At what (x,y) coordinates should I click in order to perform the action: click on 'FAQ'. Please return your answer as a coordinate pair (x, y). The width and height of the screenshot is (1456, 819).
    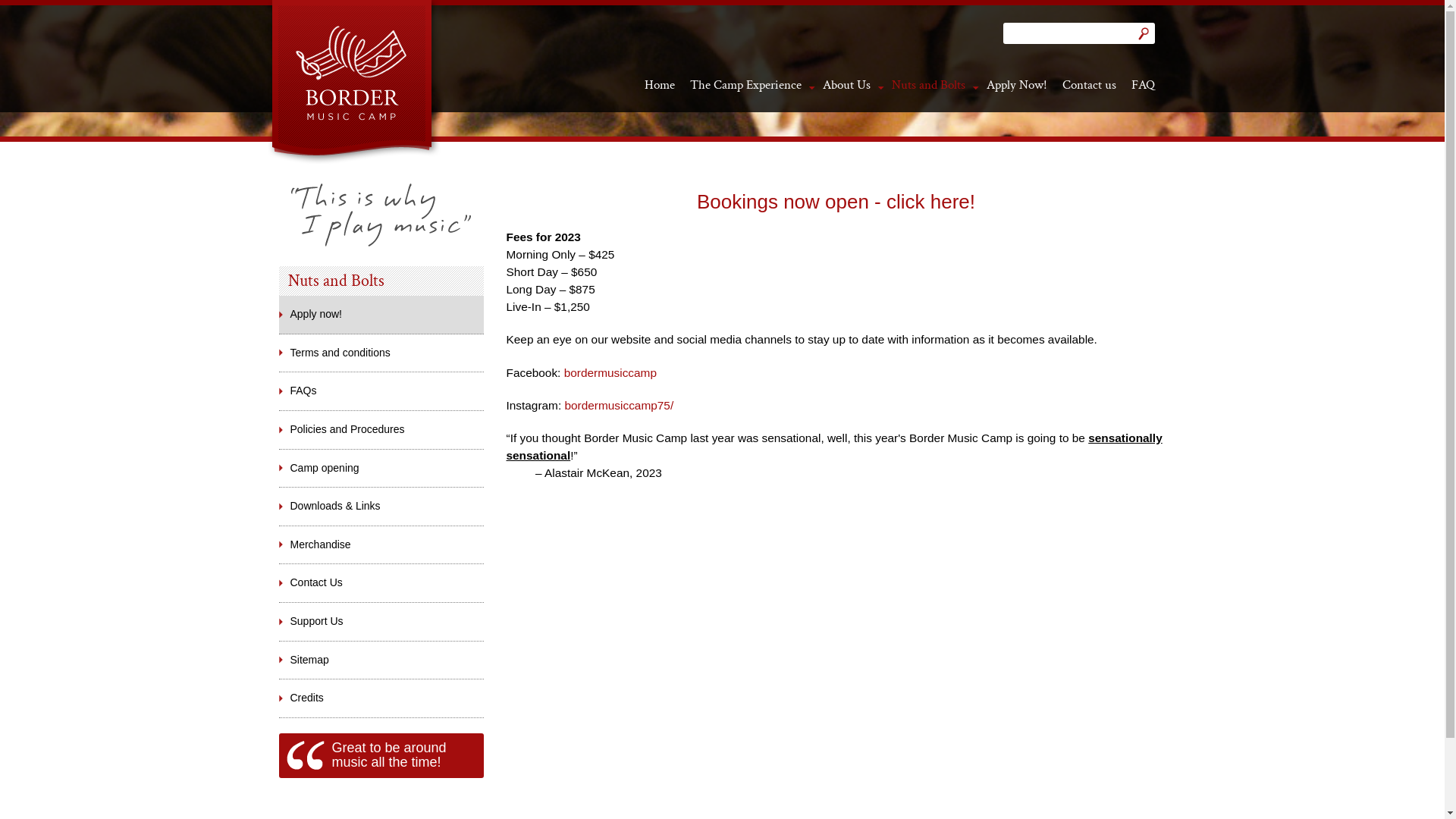
    Looking at the image, I should click on (1143, 84).